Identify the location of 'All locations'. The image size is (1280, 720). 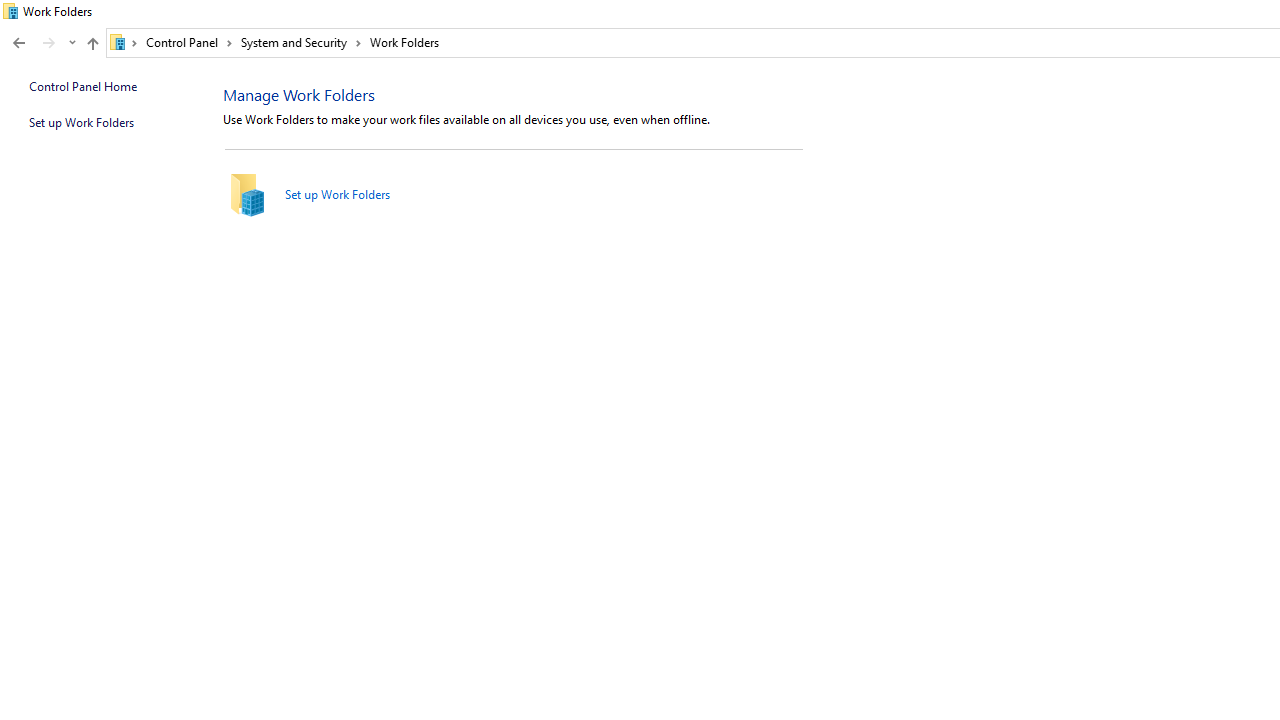
(123, 42).